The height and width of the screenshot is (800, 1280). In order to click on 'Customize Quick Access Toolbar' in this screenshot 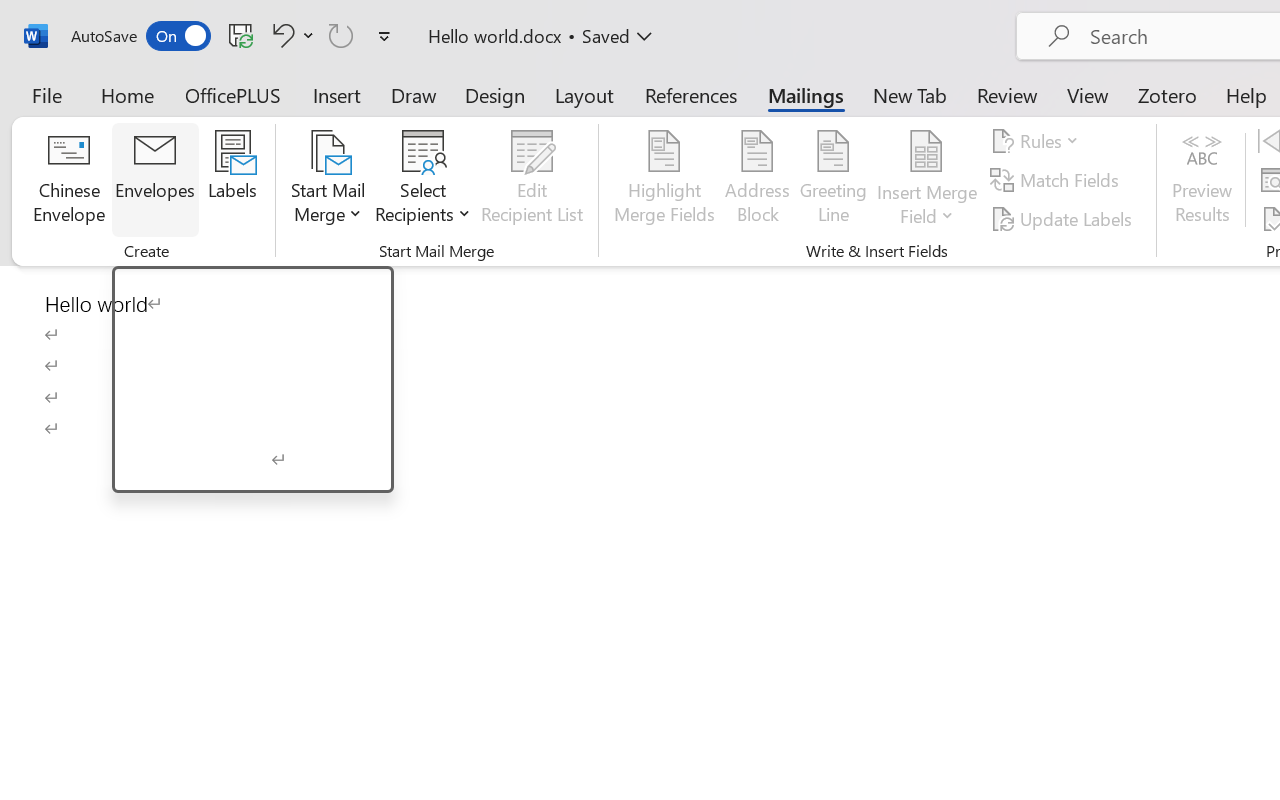, I will do `click(384, 35)`.